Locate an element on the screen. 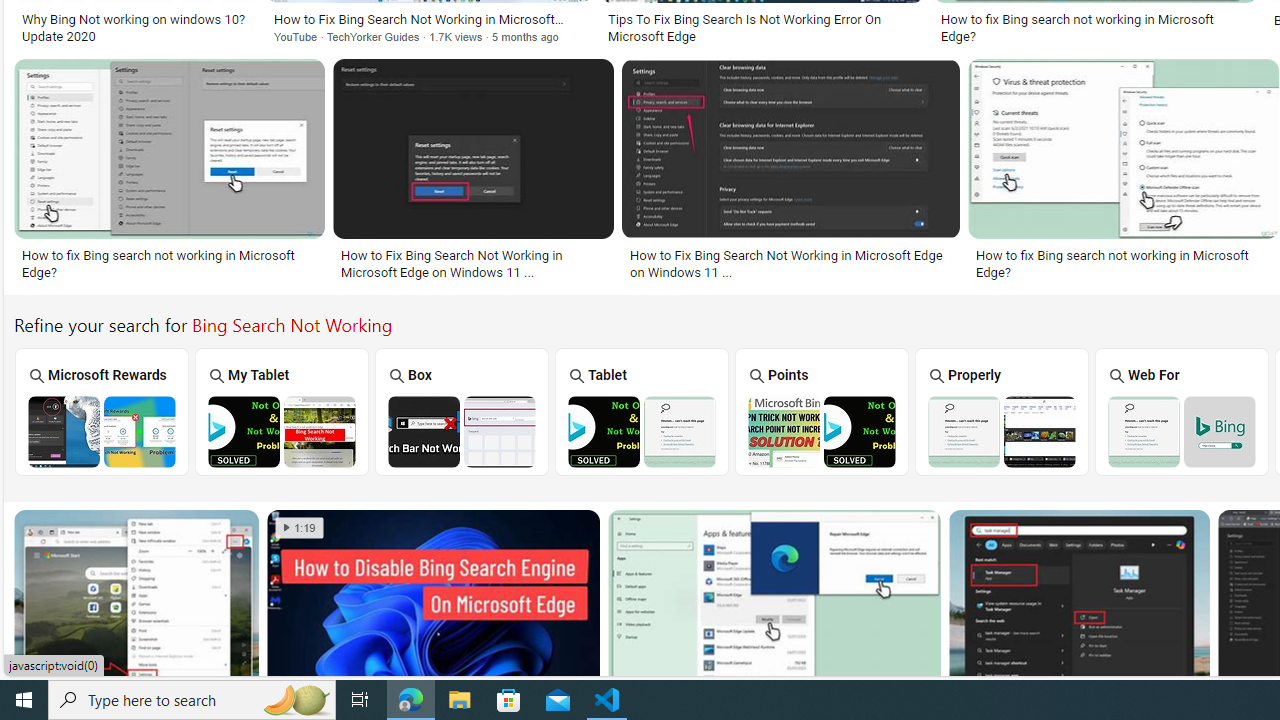 This screenshot has height=720, width=1280. 'My Tablet' is located at coordinates (281, 410).